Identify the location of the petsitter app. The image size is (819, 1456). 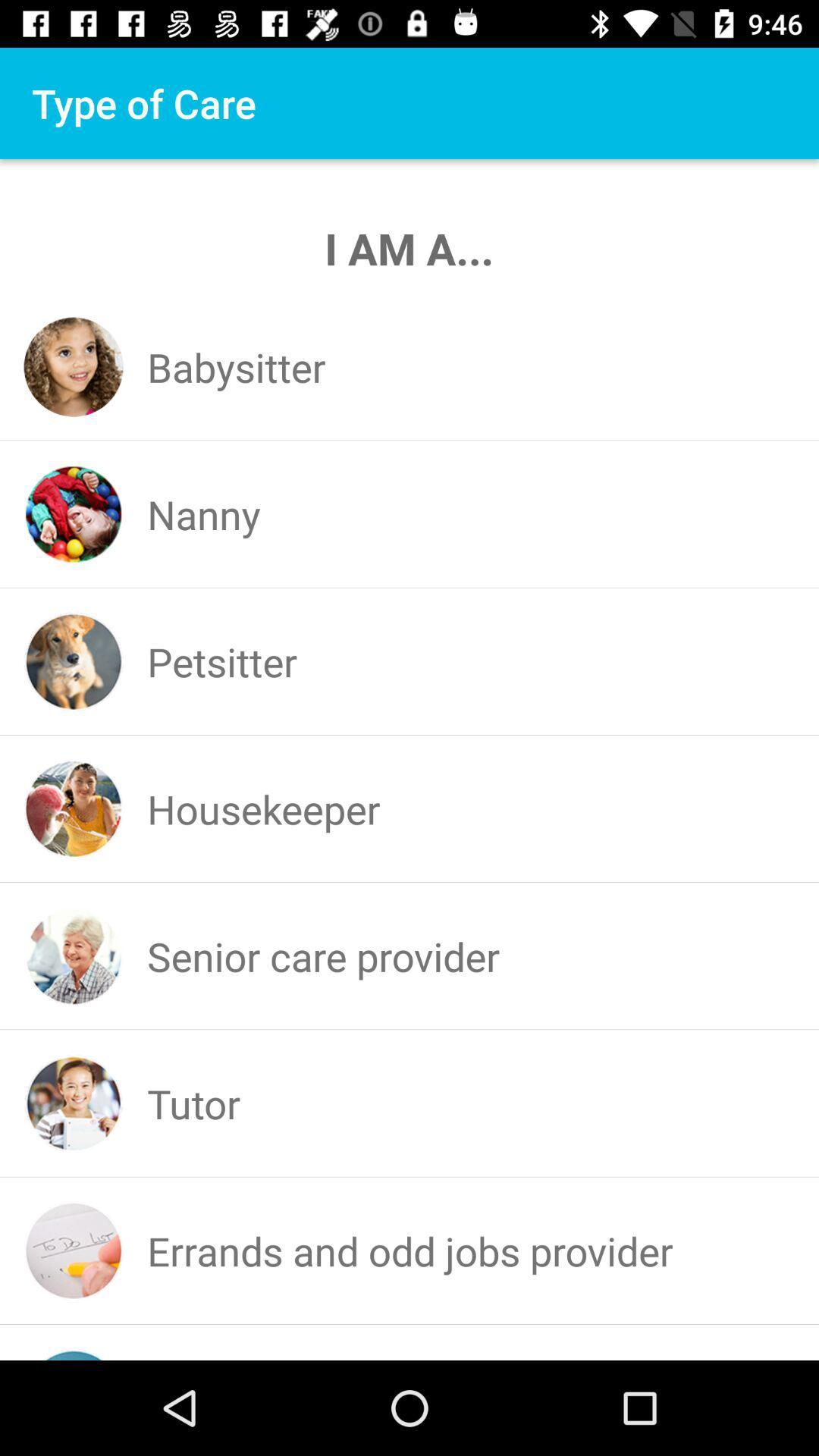
(222, 661).